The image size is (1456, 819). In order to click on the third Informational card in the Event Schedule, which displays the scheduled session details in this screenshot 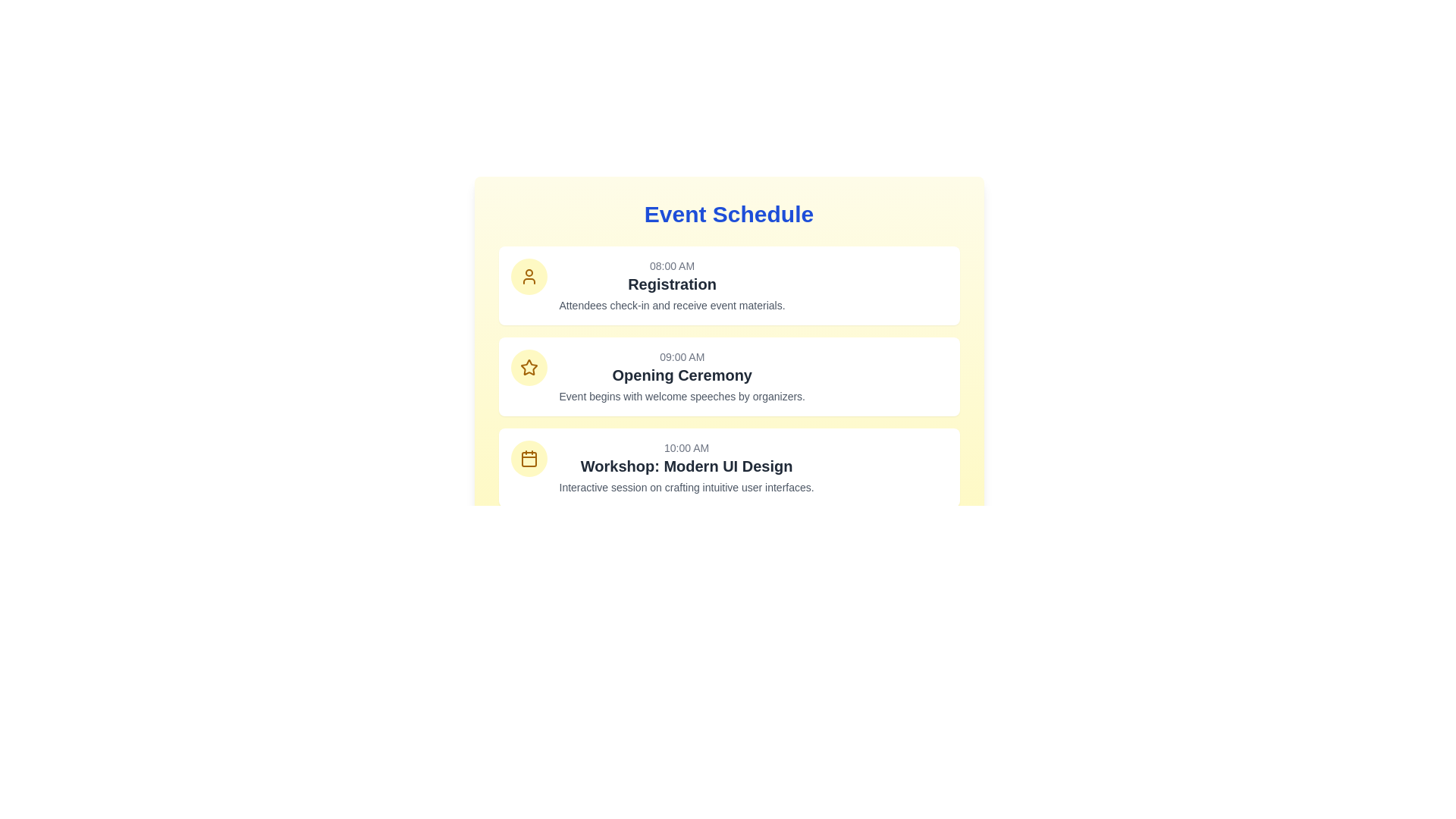, I will do `click(729, 467)`.